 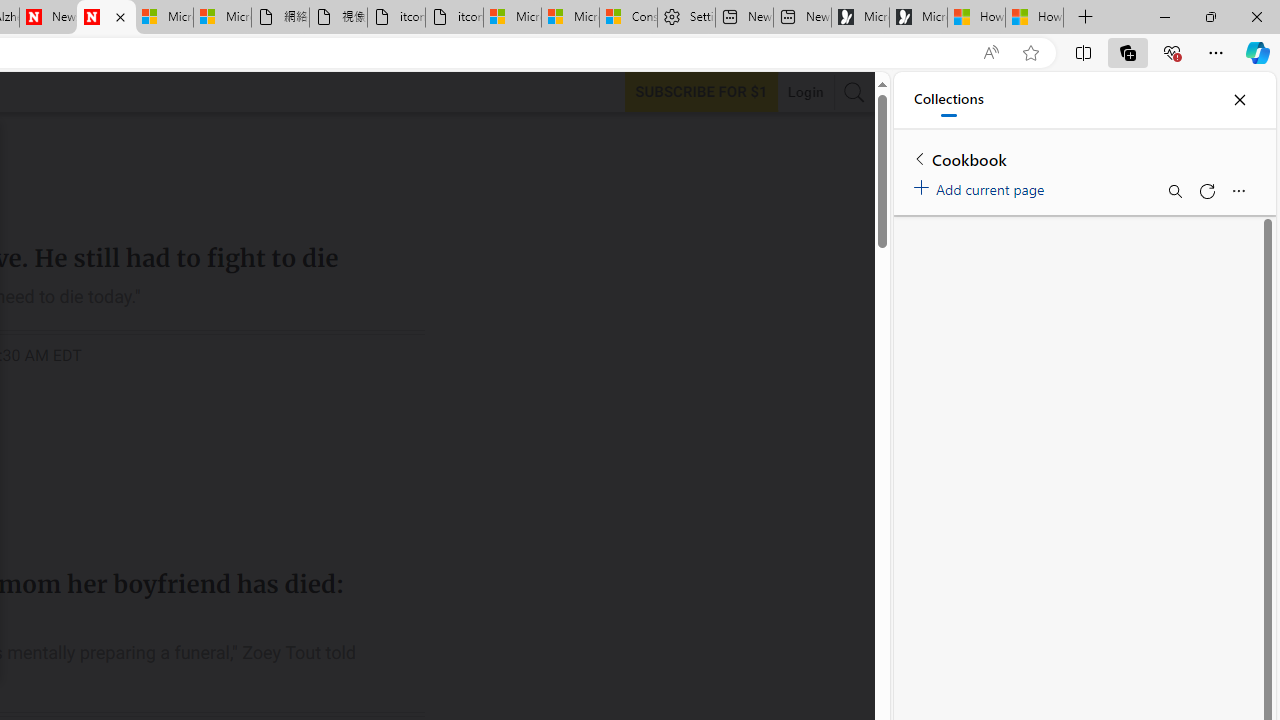 I want to click on 'Add current page', so click(x=983, y=186).